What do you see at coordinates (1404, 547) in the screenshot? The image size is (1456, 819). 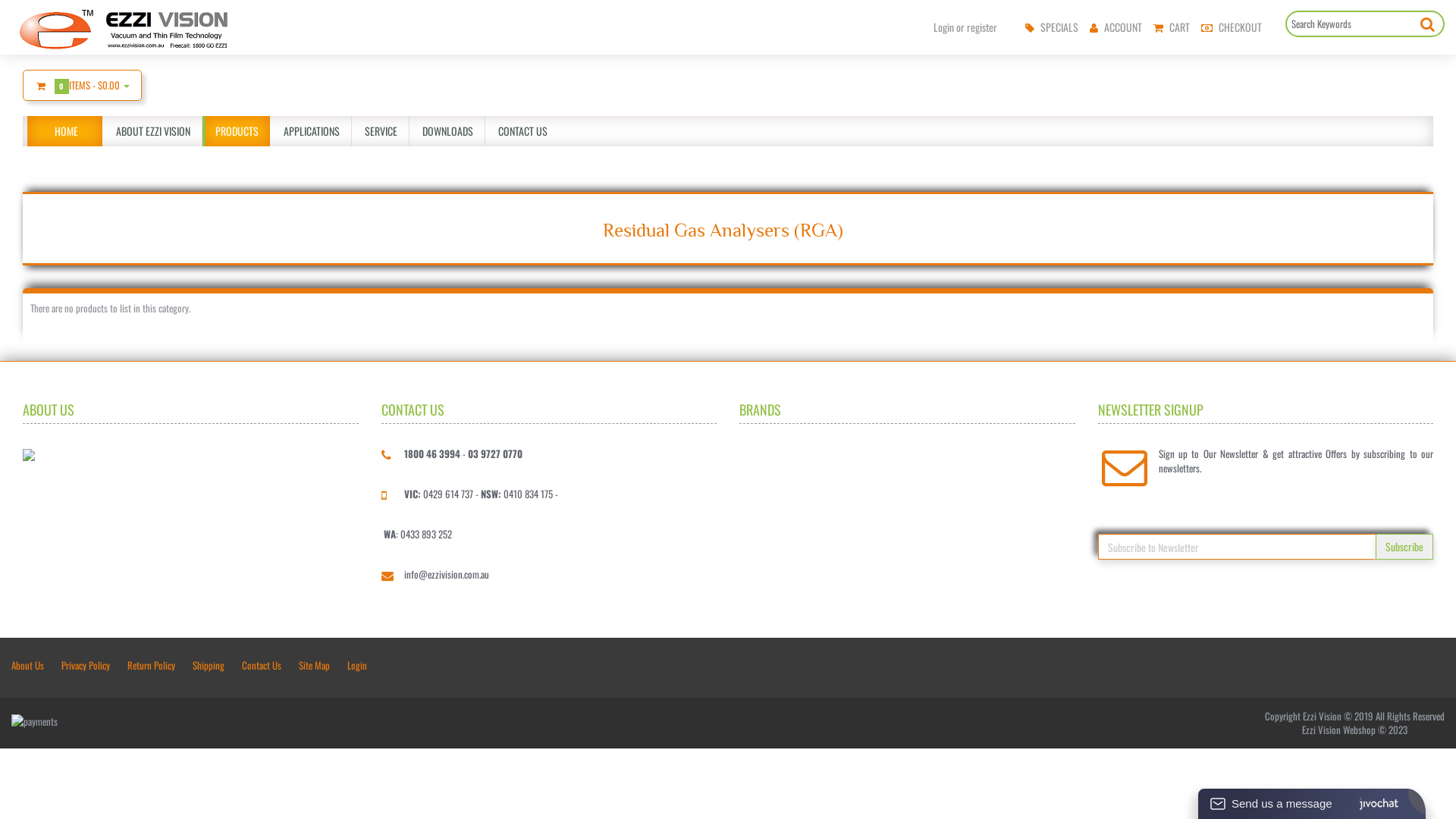 I see `'Subscribe'` at bounding box center [1404, 547].